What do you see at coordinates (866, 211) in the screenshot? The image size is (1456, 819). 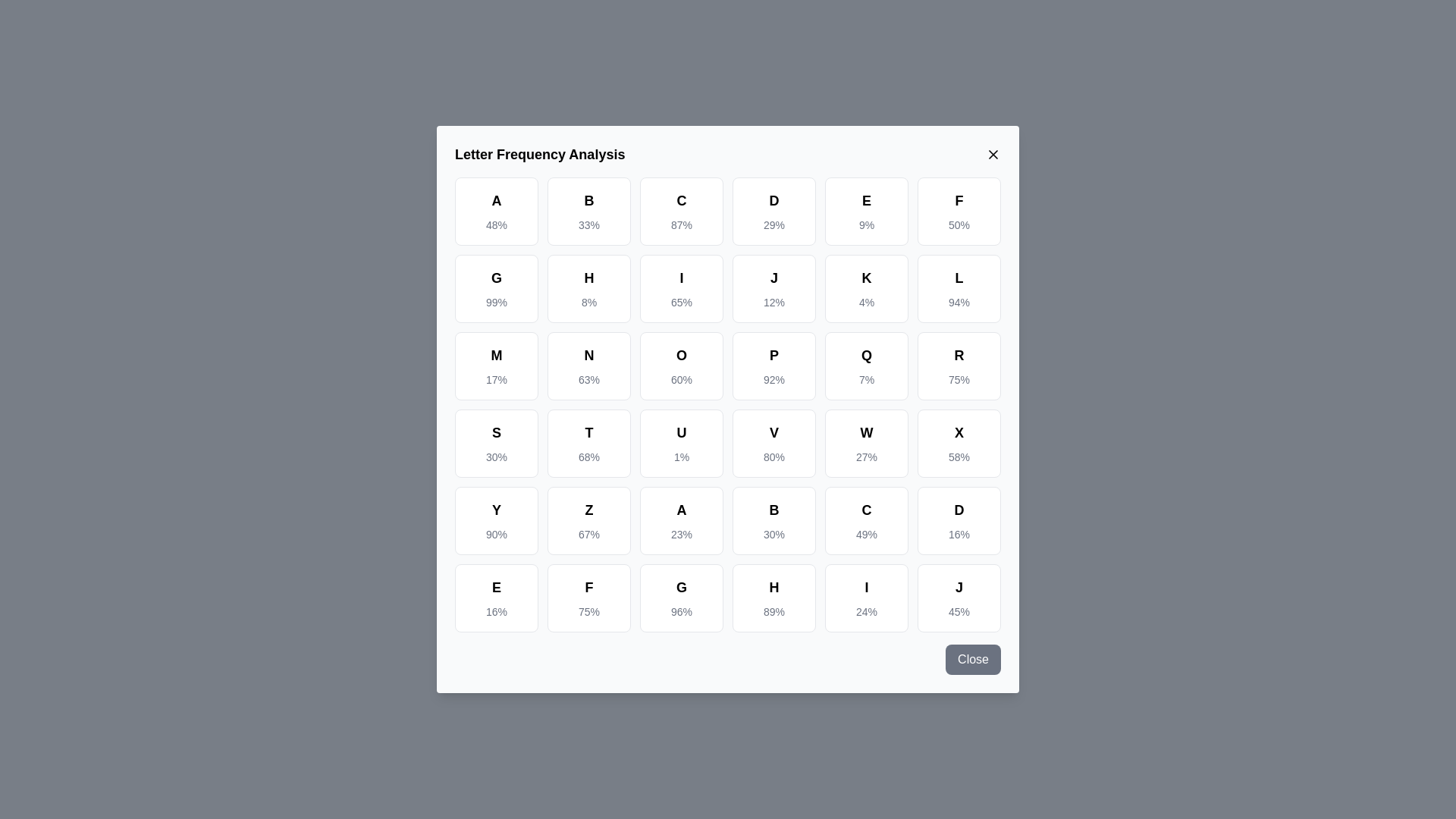 I see `the letter cell corresponding to E` at bounding box center [866, 211].